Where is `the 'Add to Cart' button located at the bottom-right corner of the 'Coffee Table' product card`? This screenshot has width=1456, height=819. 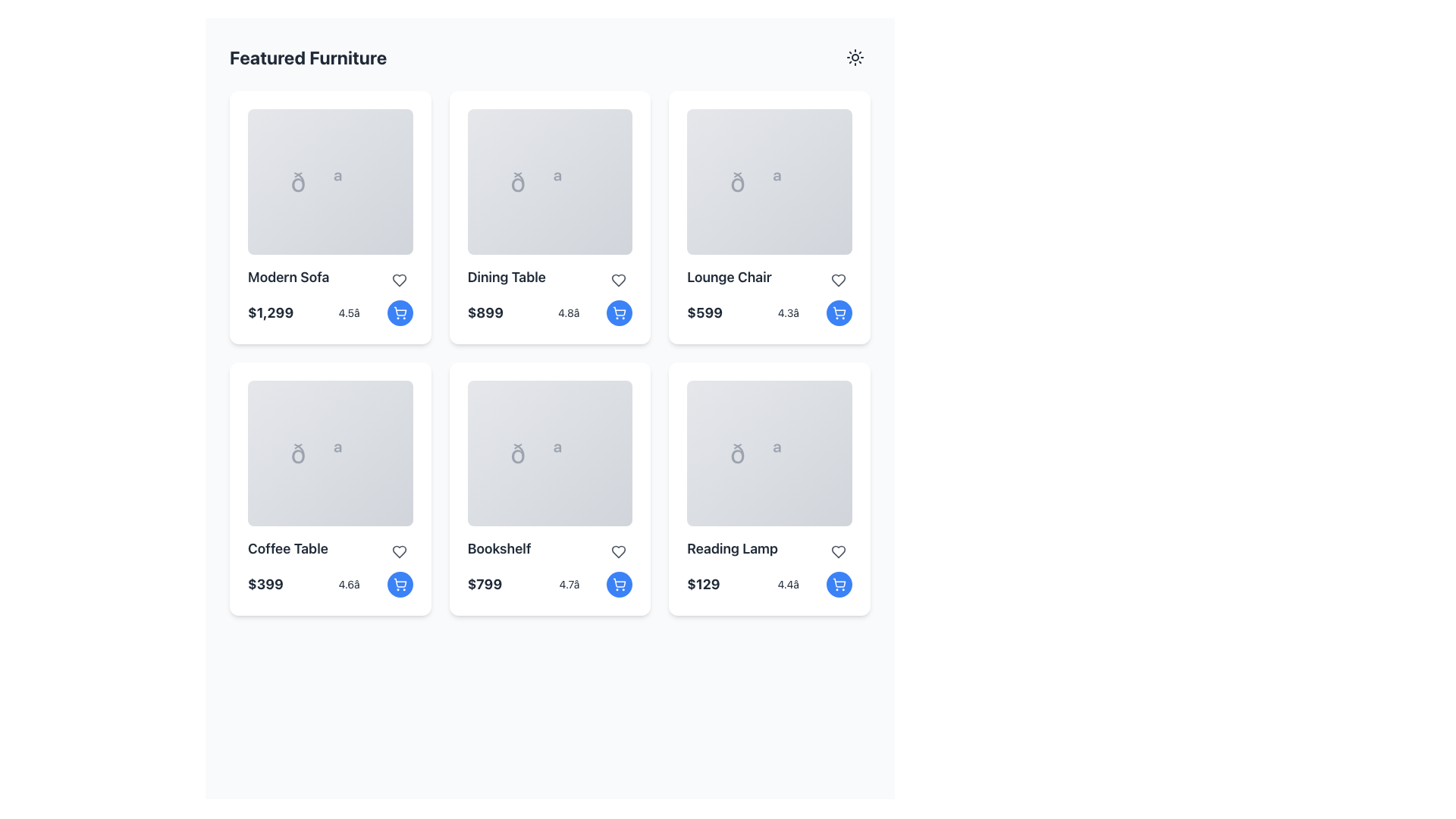
the 'Add to Cart' button located at the bottom-right corner of the 'Coffee Table' product card is located at coordinates (400, 584).